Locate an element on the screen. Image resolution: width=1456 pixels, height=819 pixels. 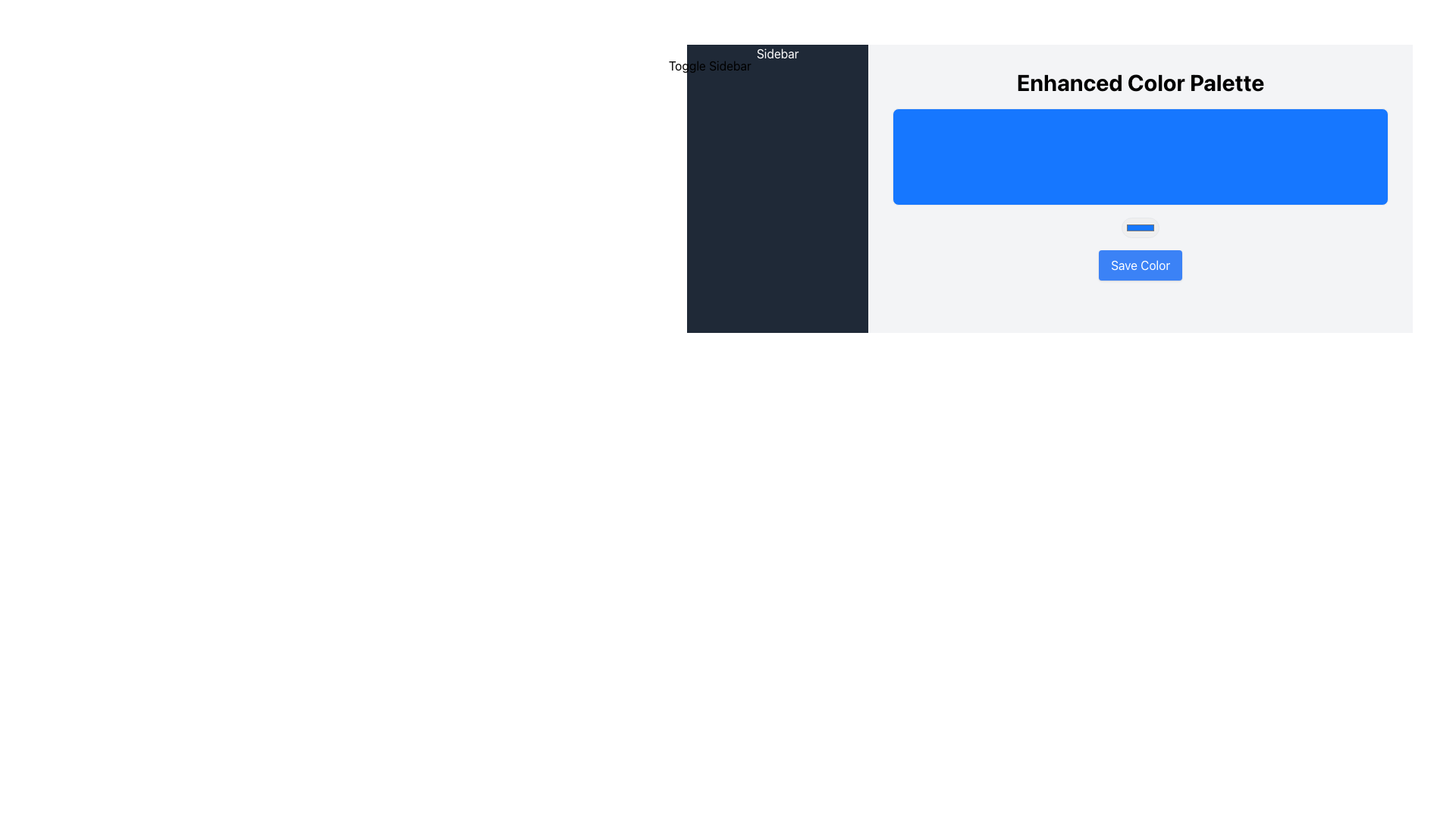
the color picker button, which is a small circular UI component with a blue fill and gray border, positioned under the color preview and above the 'Save Color' button is located at coordinates (1141, 227).